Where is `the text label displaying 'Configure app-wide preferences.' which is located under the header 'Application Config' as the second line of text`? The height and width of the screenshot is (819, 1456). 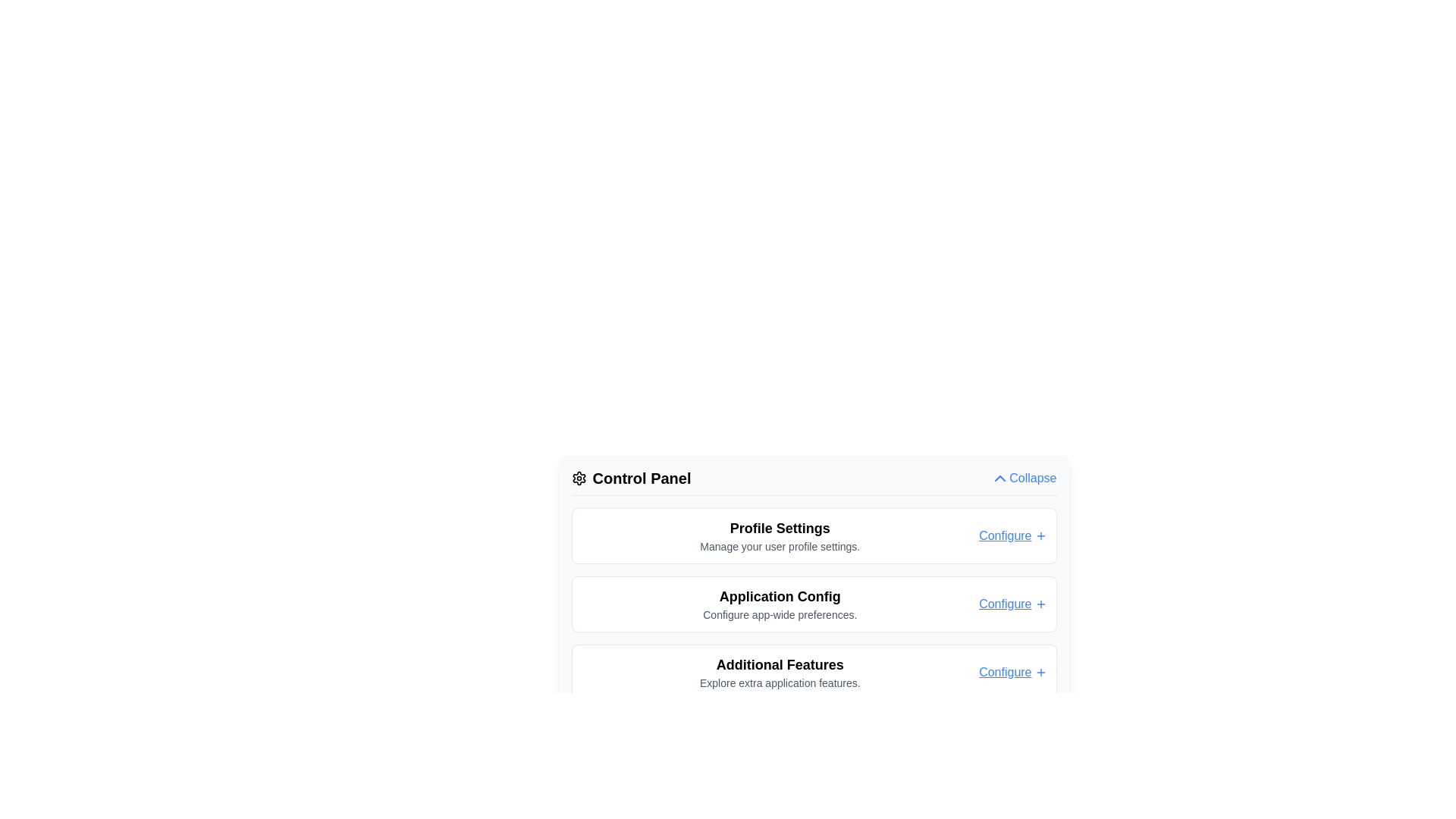 the text label displaying 'Configure app-wide preferences.' which is located under the header 'Application Config' as the second line of text is located at coordinates (780, 614).